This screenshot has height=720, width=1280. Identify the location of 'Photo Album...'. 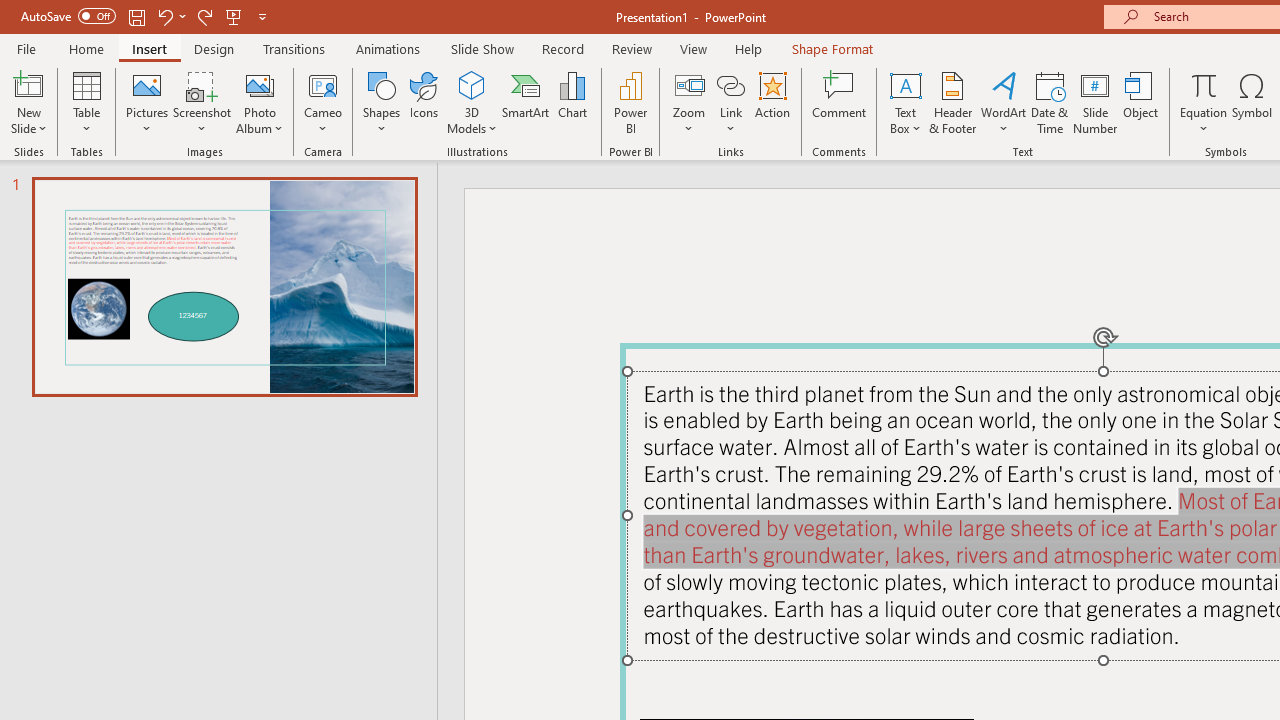
(258, 103).